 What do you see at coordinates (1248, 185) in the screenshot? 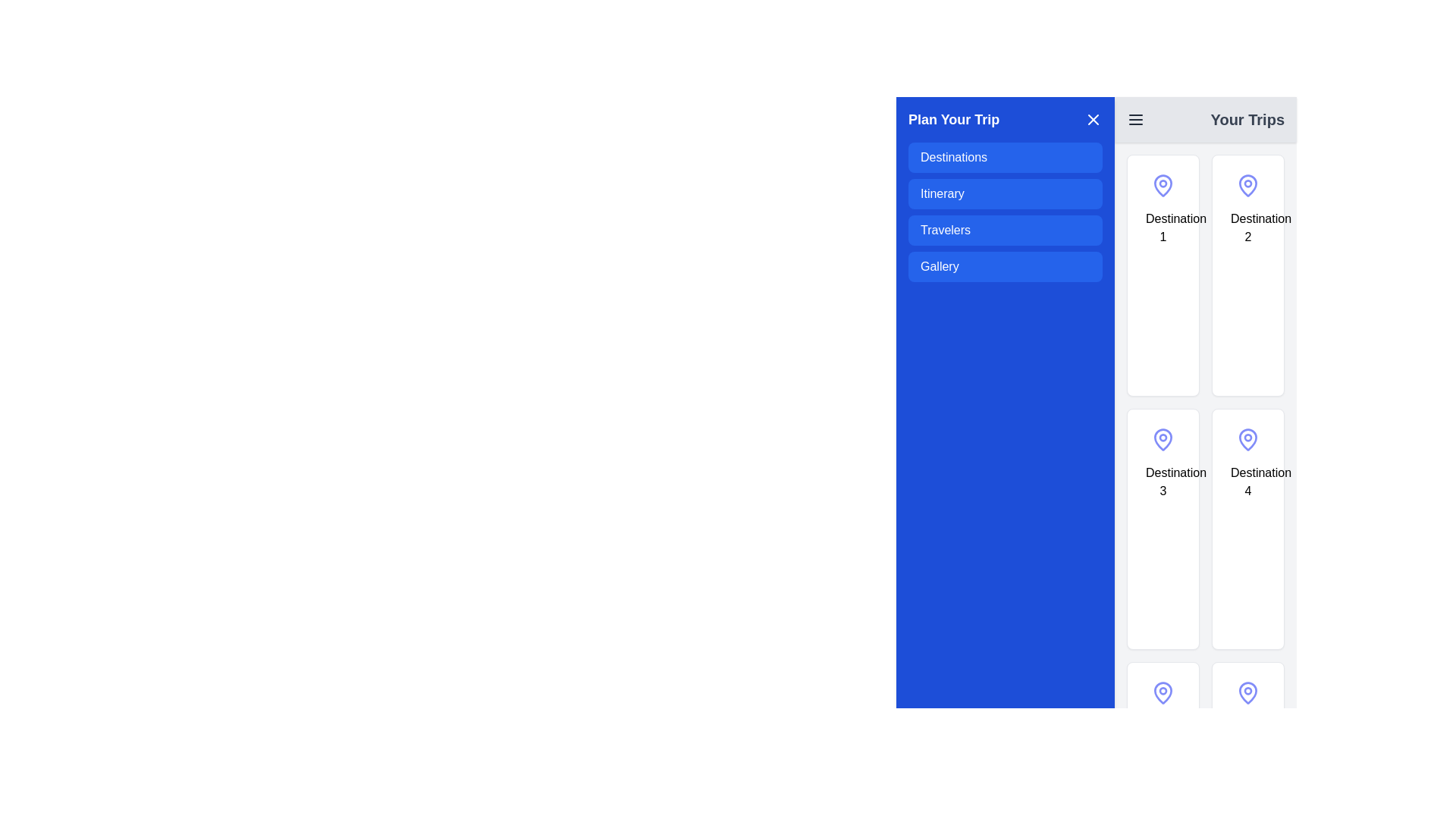
I see `the map pin icon with a blue tint located on the card labeled 'Destination 2' in the 'Your Trips' section by moving the cursor to its center point` at bounding box center [1248, 185].